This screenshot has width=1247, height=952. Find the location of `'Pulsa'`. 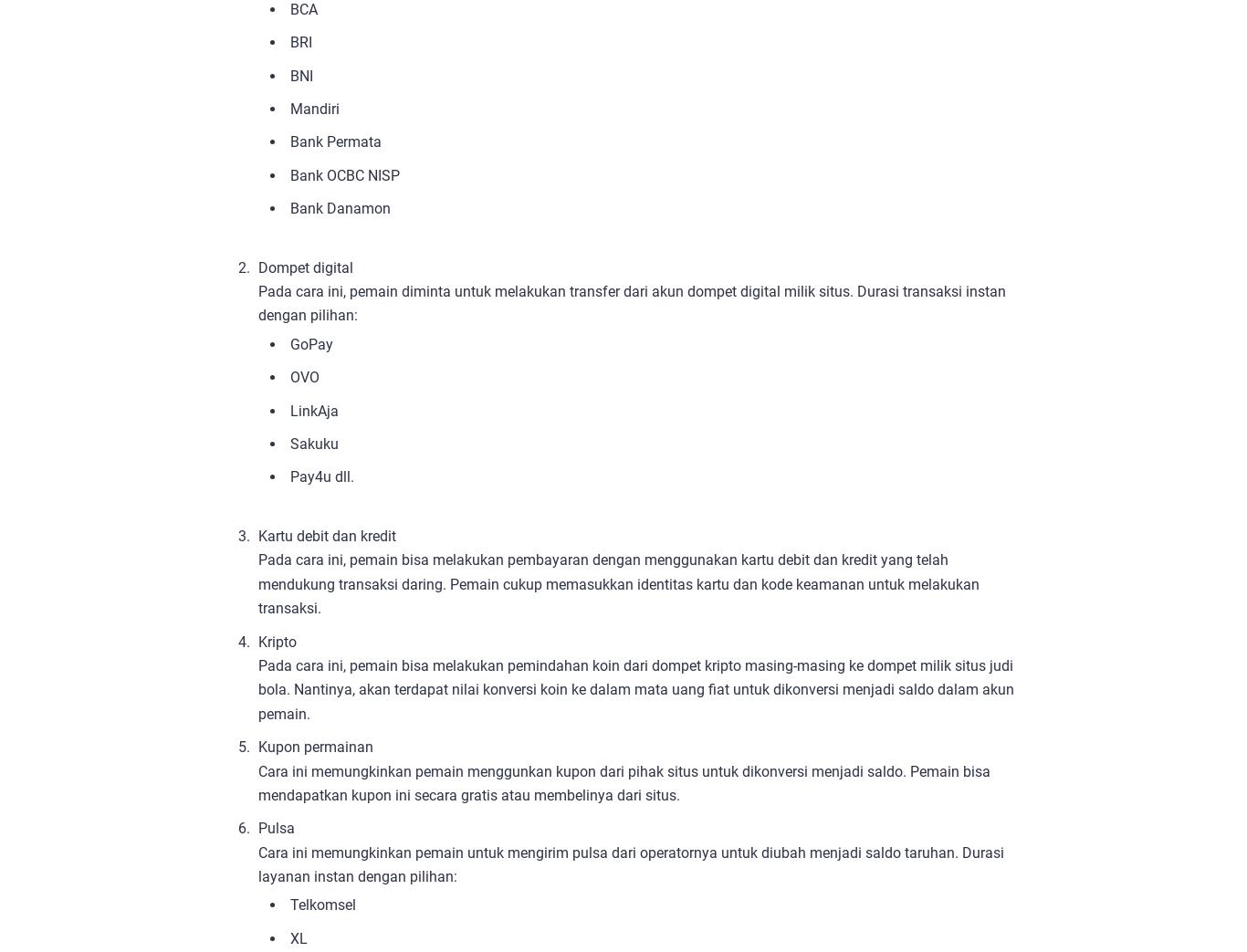

'Pulsa' is located at coordinates (258, 827).